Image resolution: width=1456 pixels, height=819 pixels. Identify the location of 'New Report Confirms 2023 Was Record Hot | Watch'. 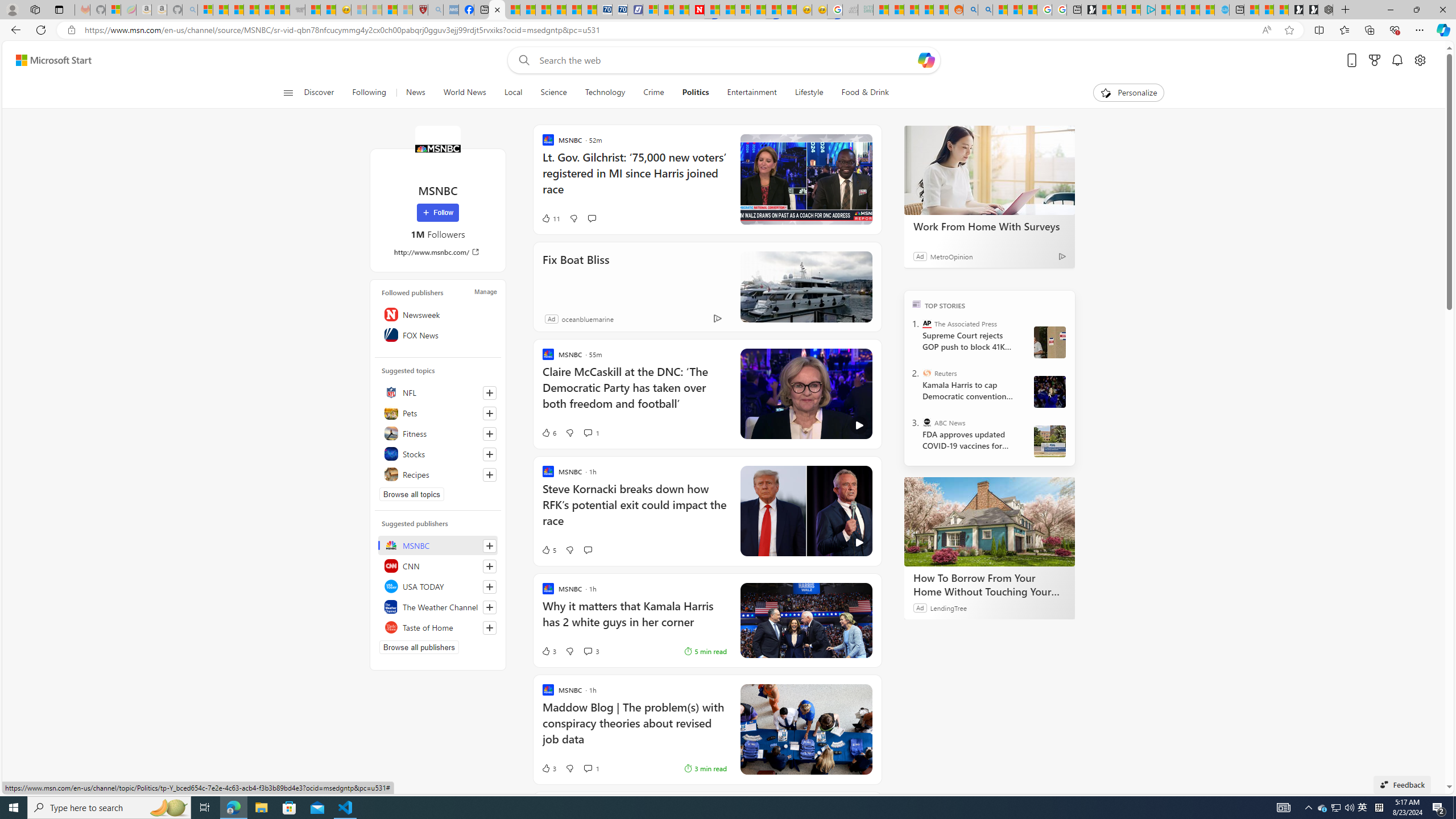
(266, 9).